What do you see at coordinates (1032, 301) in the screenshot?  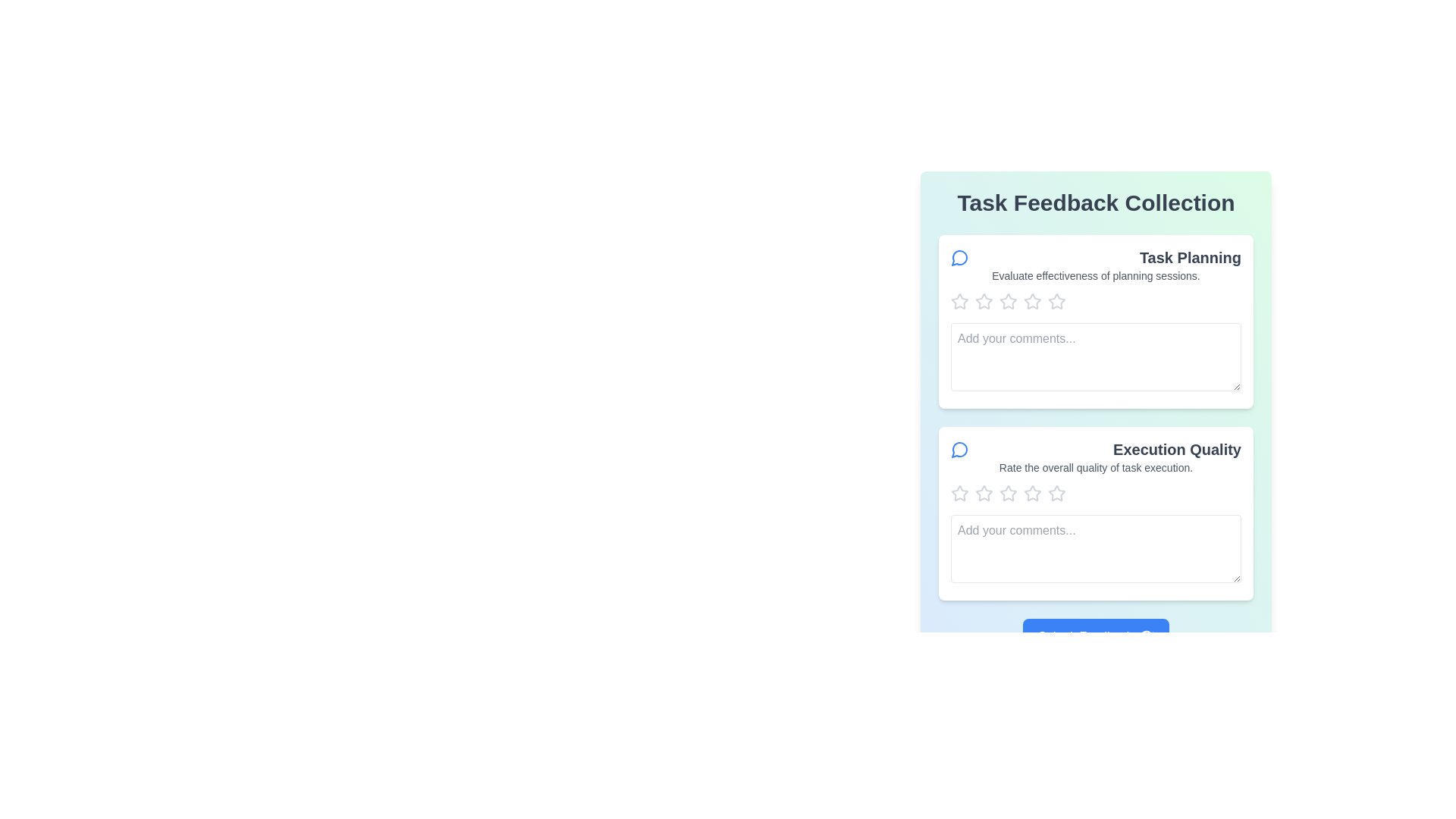 I see `the second star icon in the 'Task Planning' section to provide feedback on the rating` at bounding box center [1032, 301].